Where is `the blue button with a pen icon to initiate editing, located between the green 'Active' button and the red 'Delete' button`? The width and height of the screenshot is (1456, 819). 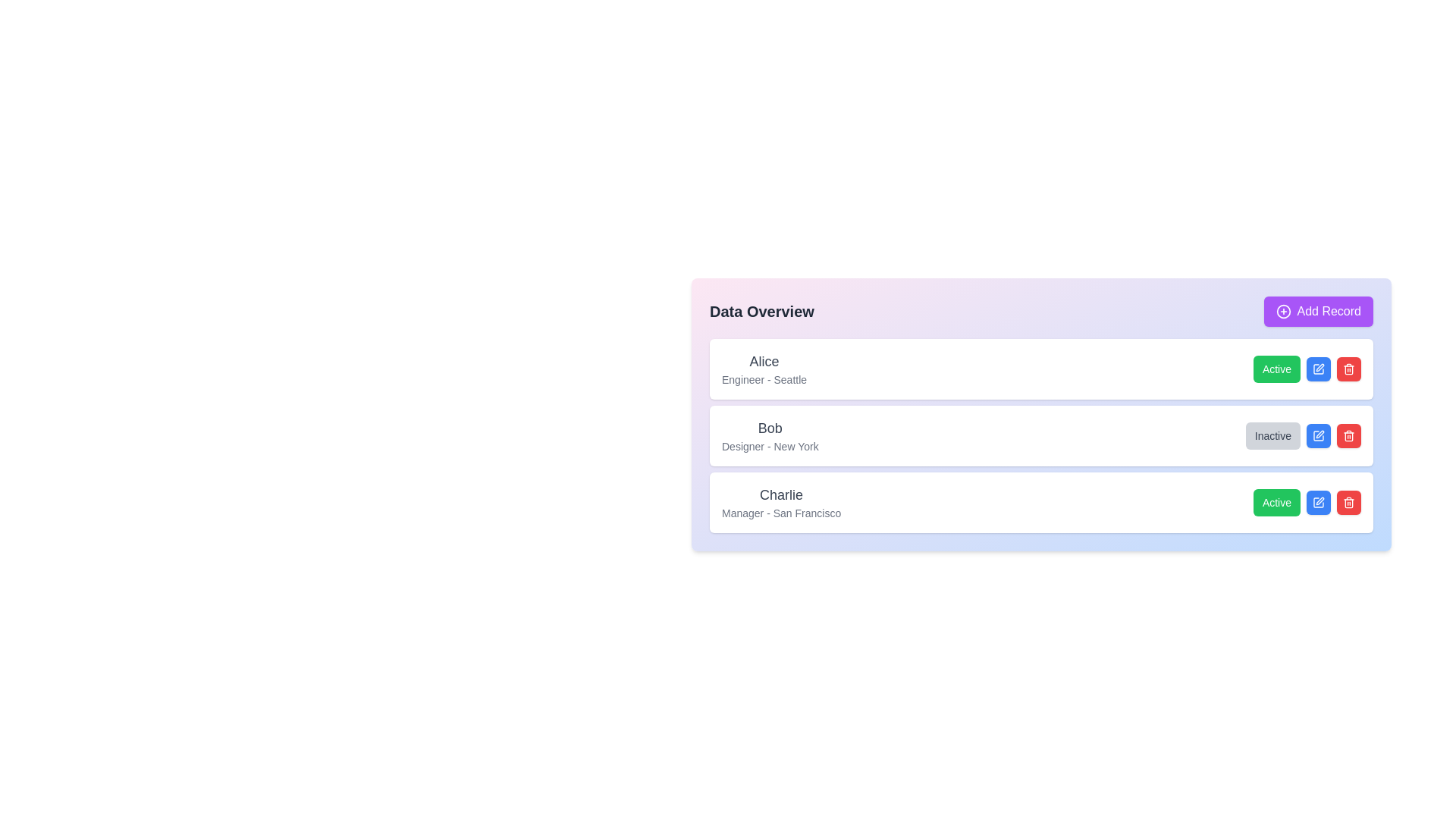
the blue button with a pen icon to initiate editing, located between the green 'Active' button and the red 'Delete' button is located at coordinates (1317, 369).